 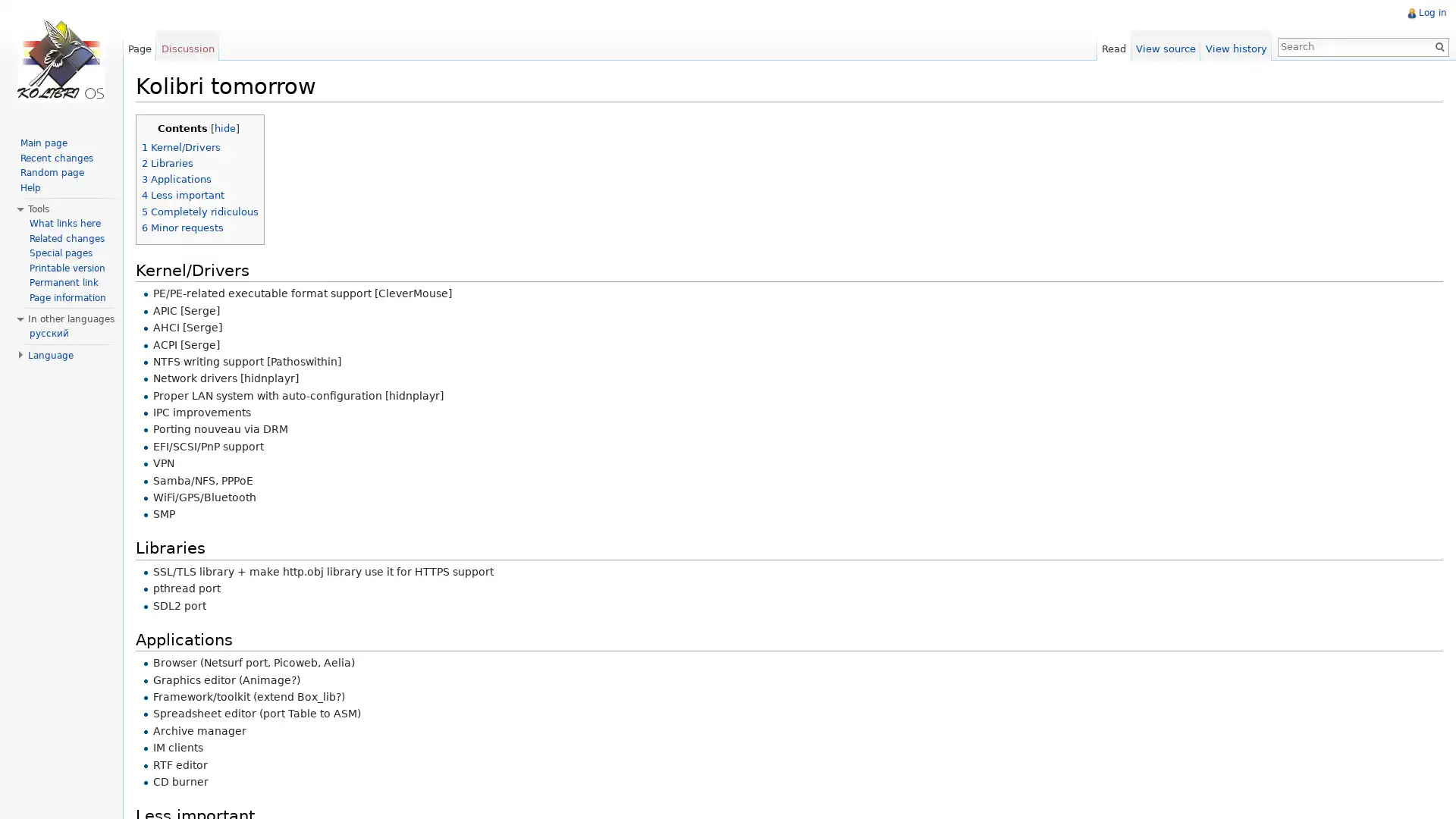 I want to click on Go, so click(x=1433, y=45).